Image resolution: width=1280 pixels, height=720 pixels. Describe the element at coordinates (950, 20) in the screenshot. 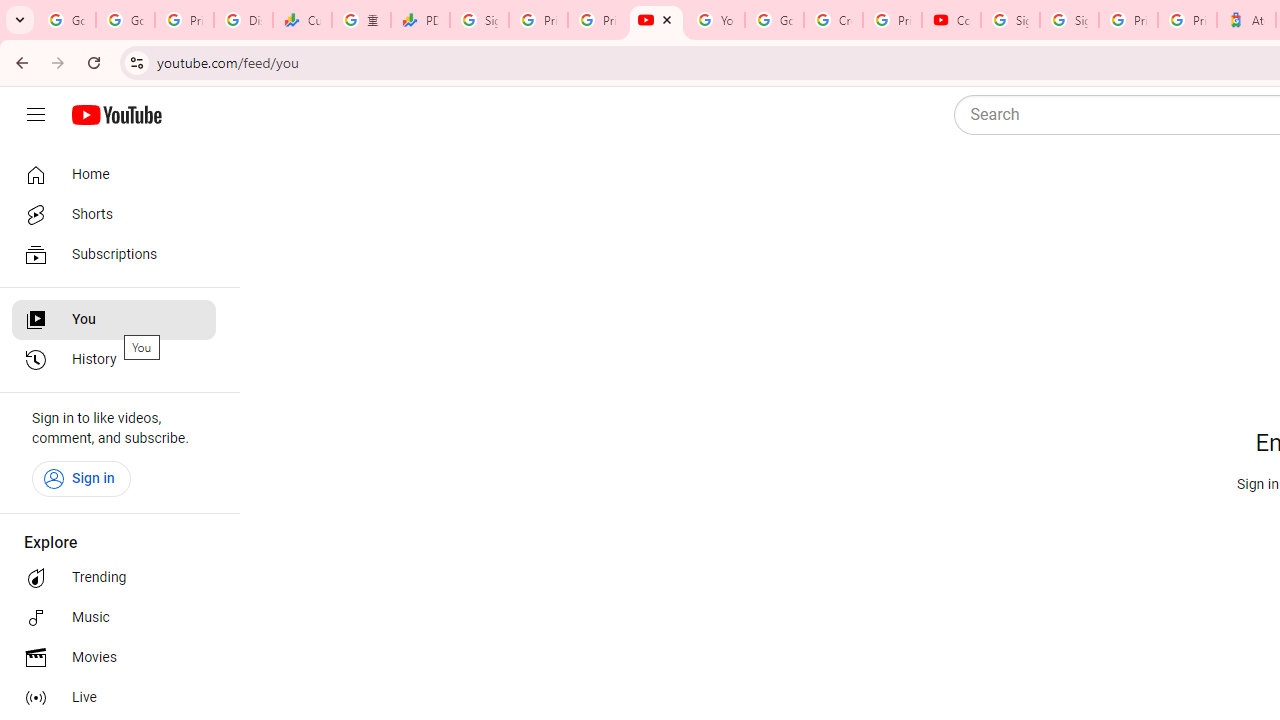

I see `'Content Creator Programs & Opportunities - YouTube Creators'` at that location.